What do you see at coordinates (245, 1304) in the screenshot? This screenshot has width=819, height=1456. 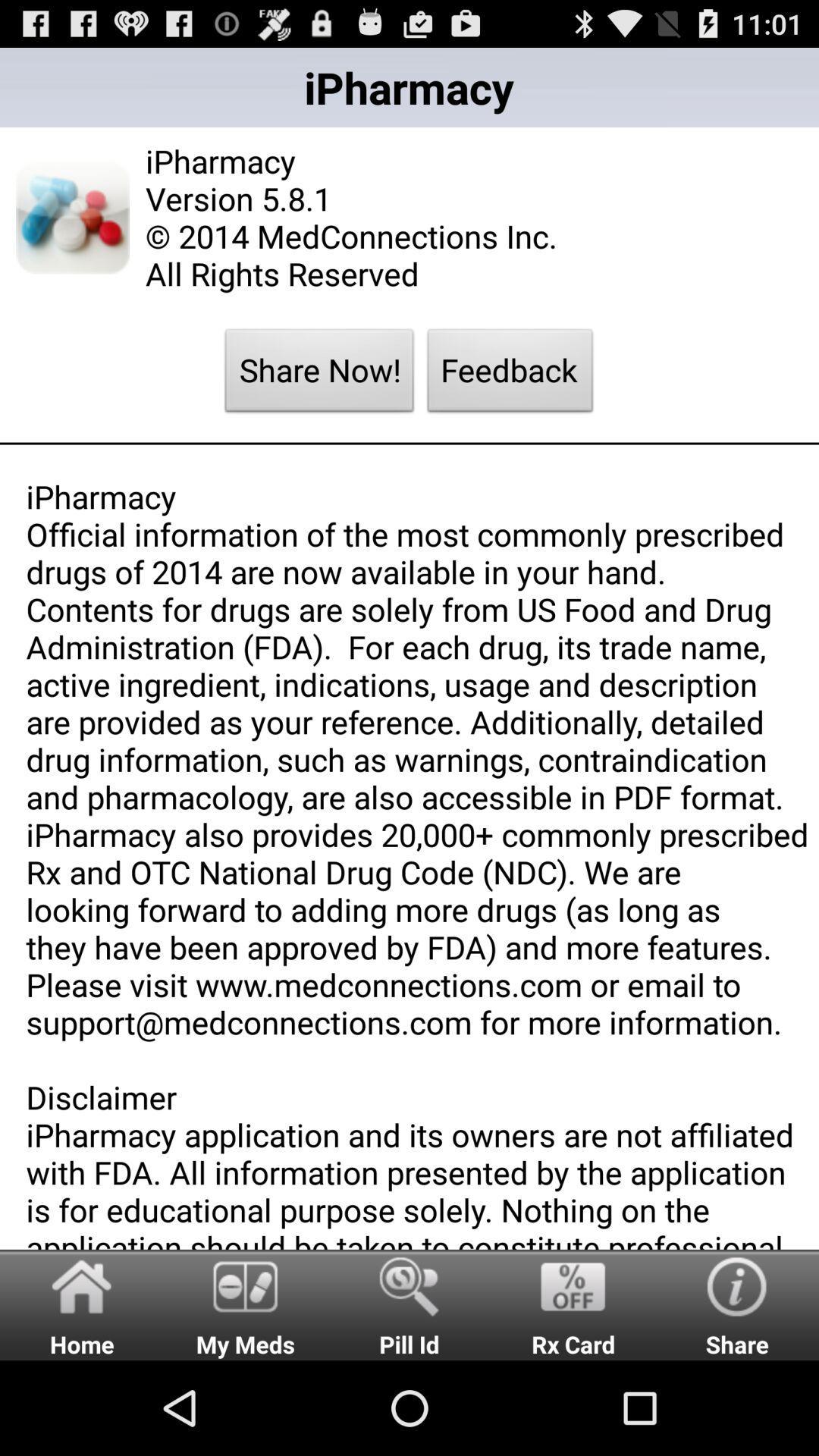 I see `my meds icon` at bounding box center [245, 1304].